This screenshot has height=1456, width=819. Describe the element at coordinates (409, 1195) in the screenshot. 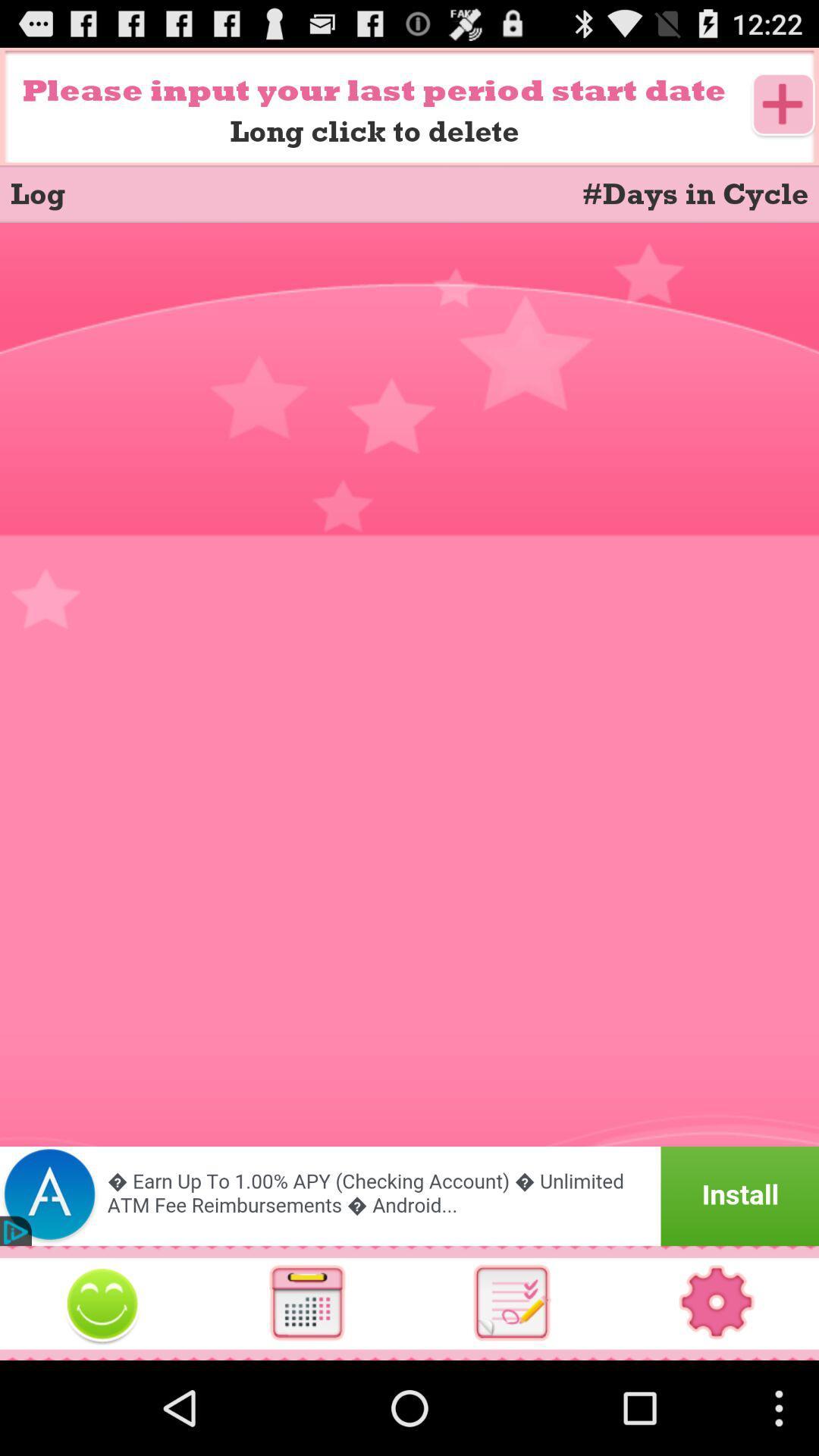

I see `period input indicator` at that location.